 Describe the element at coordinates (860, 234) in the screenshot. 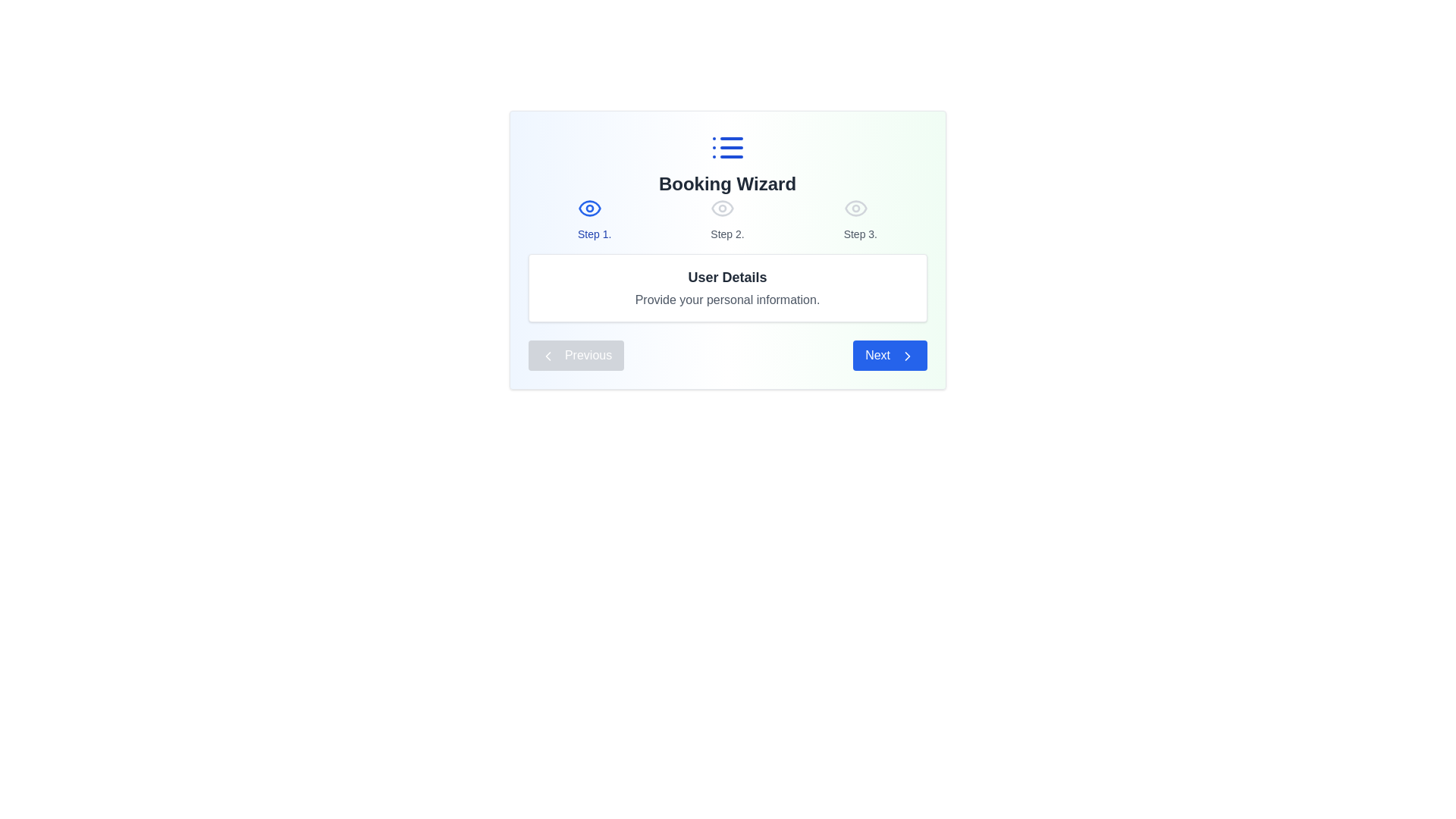

I see `the Text label indicating 'Step 3.' which is positioned at the top-center of the interface, serving as an indicator for the current stage in a process` at that location.